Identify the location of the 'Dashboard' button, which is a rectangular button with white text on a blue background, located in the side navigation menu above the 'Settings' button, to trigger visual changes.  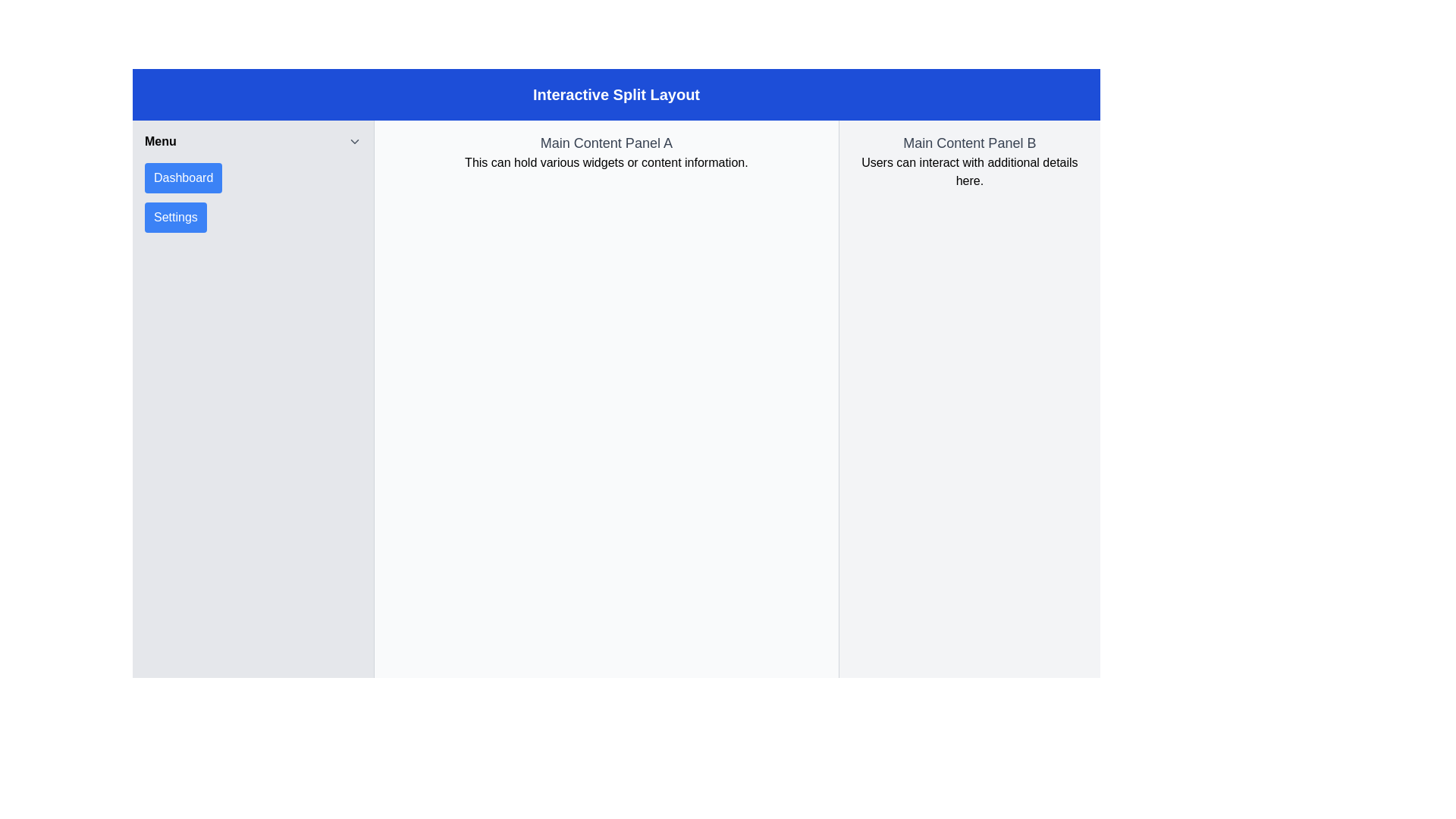
(183, 177).